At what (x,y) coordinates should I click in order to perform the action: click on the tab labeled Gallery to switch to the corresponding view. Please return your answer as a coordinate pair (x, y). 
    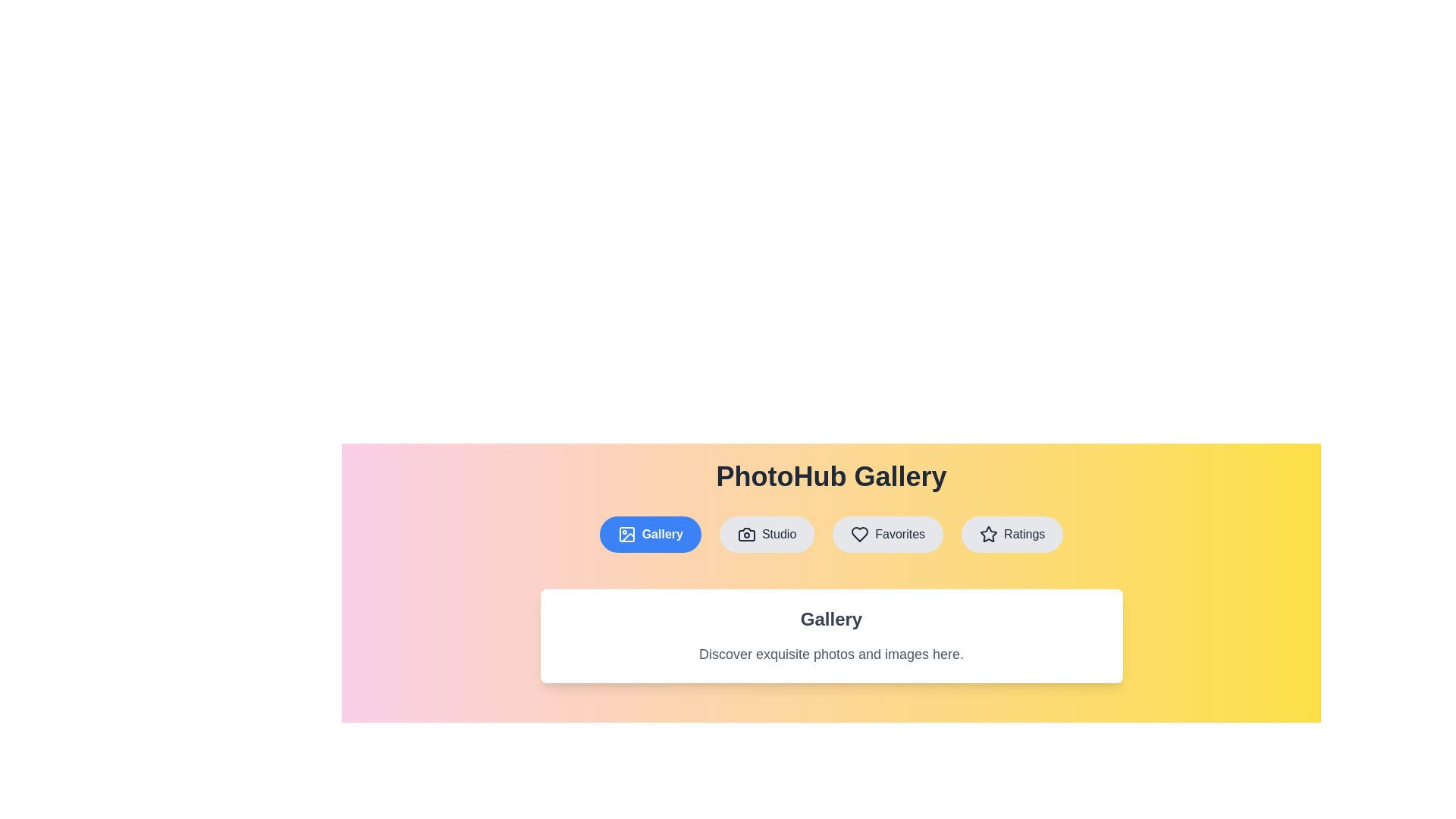
    Looking at the image, I should click on (650, 534).